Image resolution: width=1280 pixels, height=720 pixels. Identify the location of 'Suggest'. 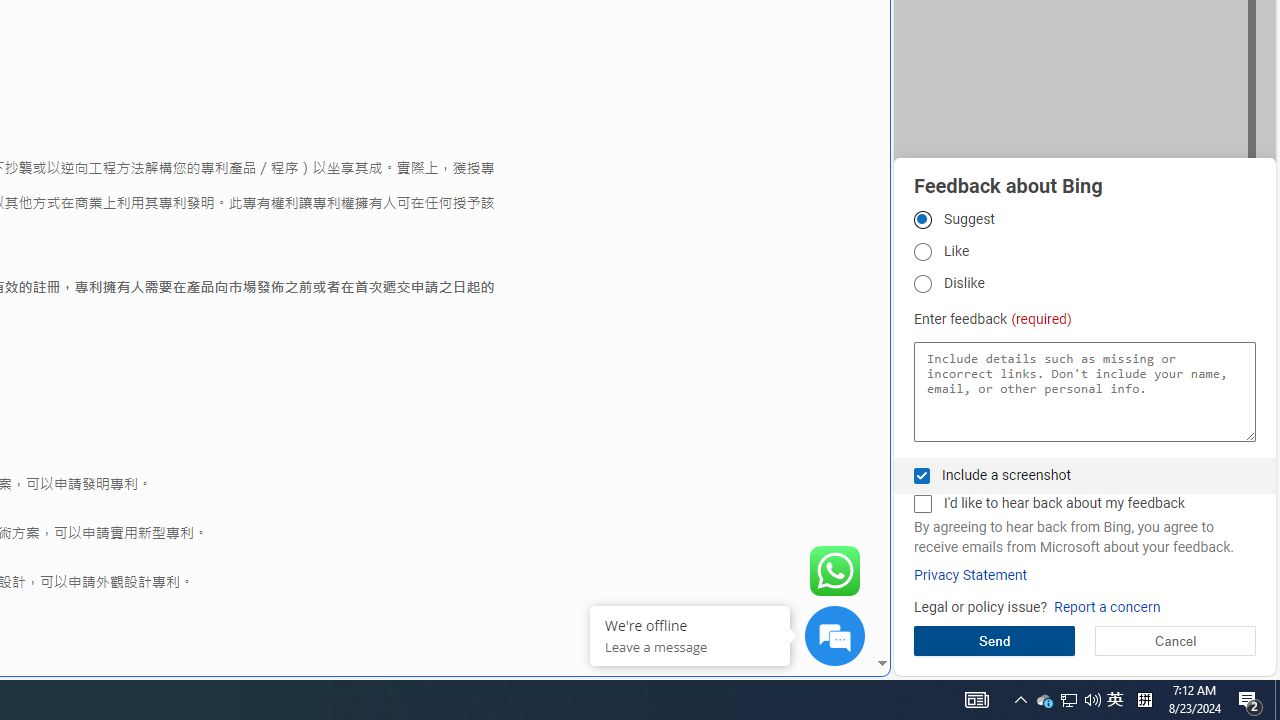
(921, 219).